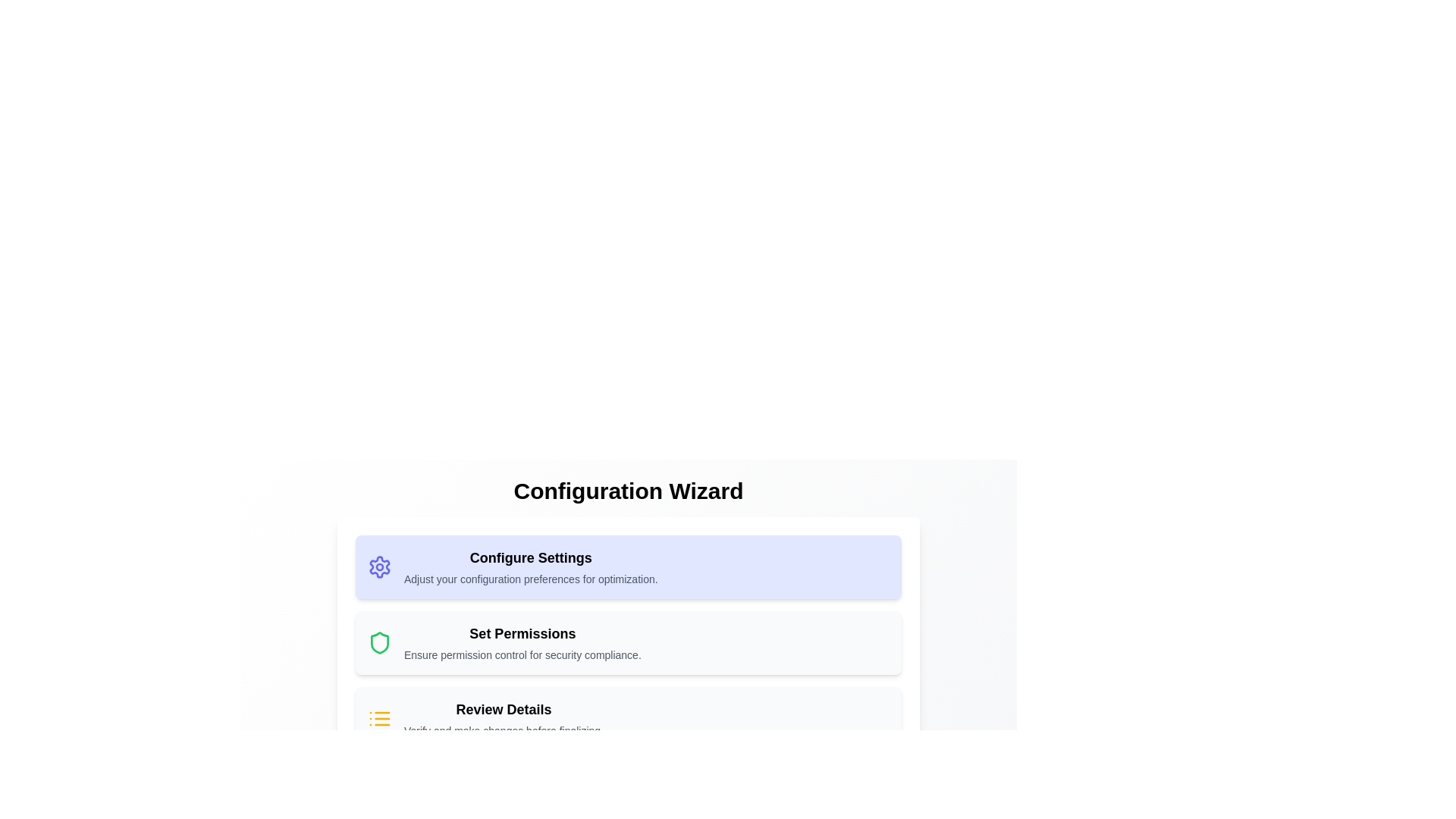  I want to click on text from the third card in the vertical list under 'Configuration Wizard', which serves as a navigational or informational header summarizing the next steps and providing additional context, so click(504, 718).